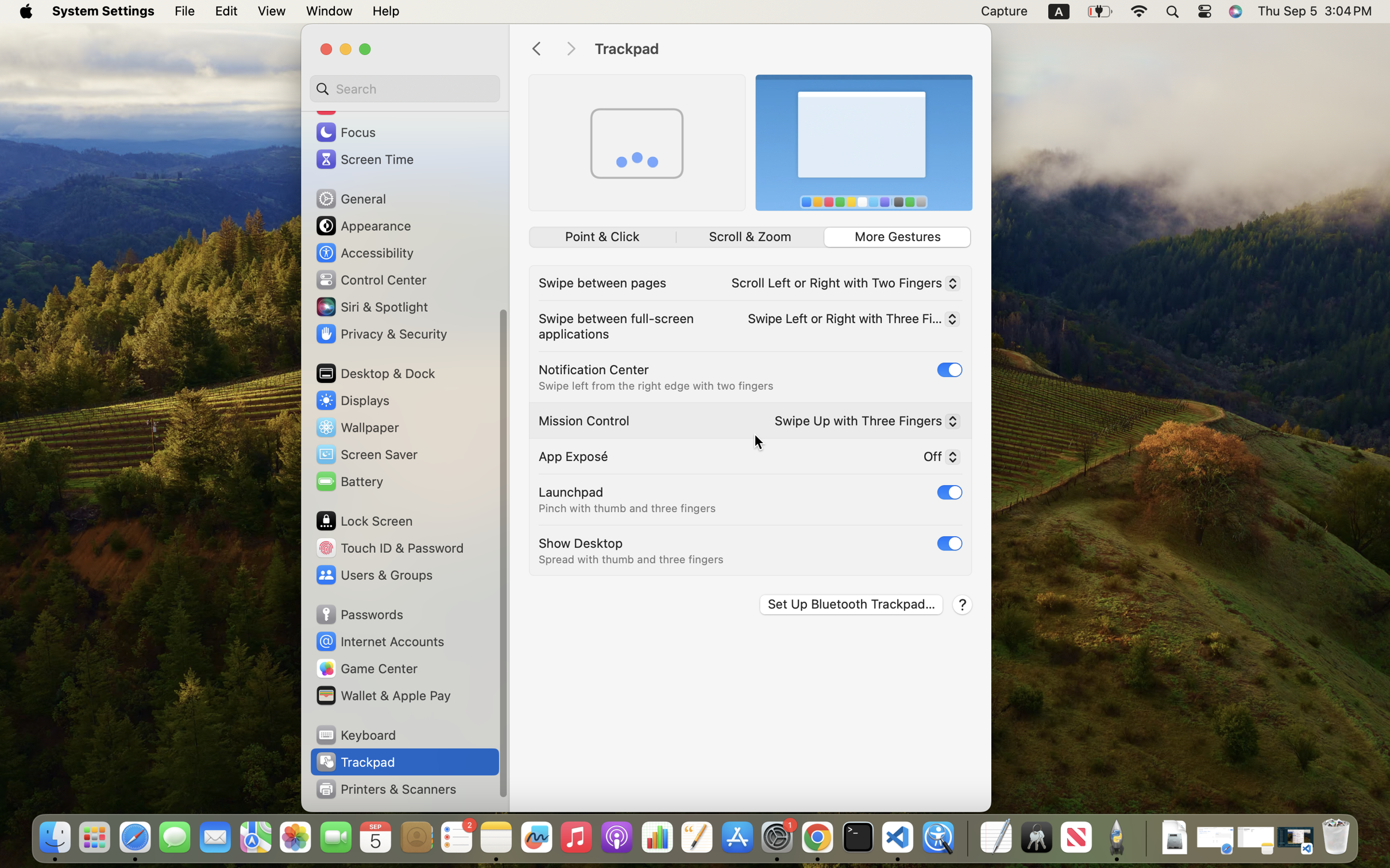 This screenshot has height=868, width=1390. What do you see at coordinates (375, 373) in the screenshot?
I see `'Desktop & Dock'` at bounding box center [375, 373].